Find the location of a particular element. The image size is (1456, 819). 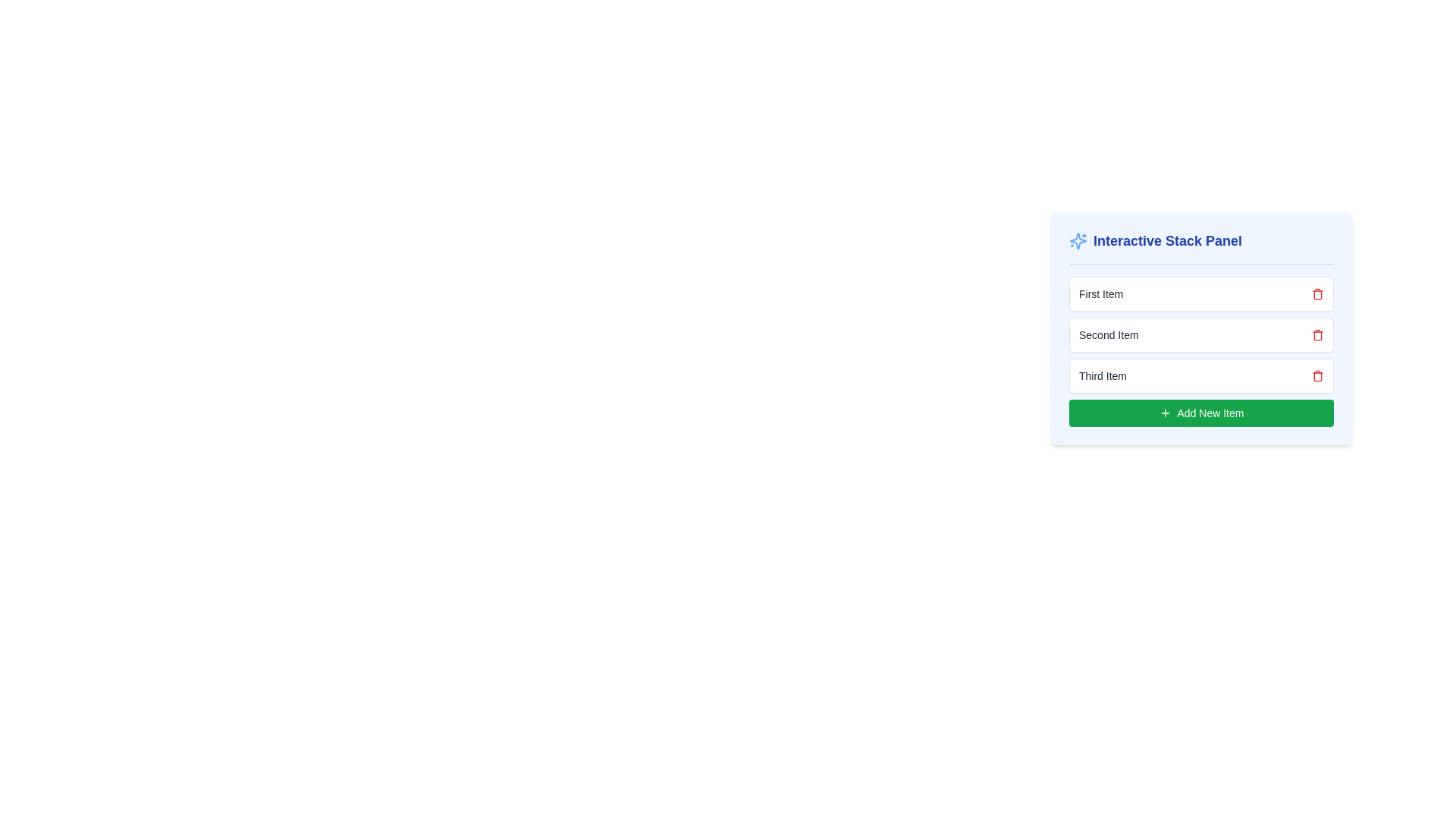

the delete button for the 'Second Item' in the interactive stack panel is located at coordinates (1316, 334).